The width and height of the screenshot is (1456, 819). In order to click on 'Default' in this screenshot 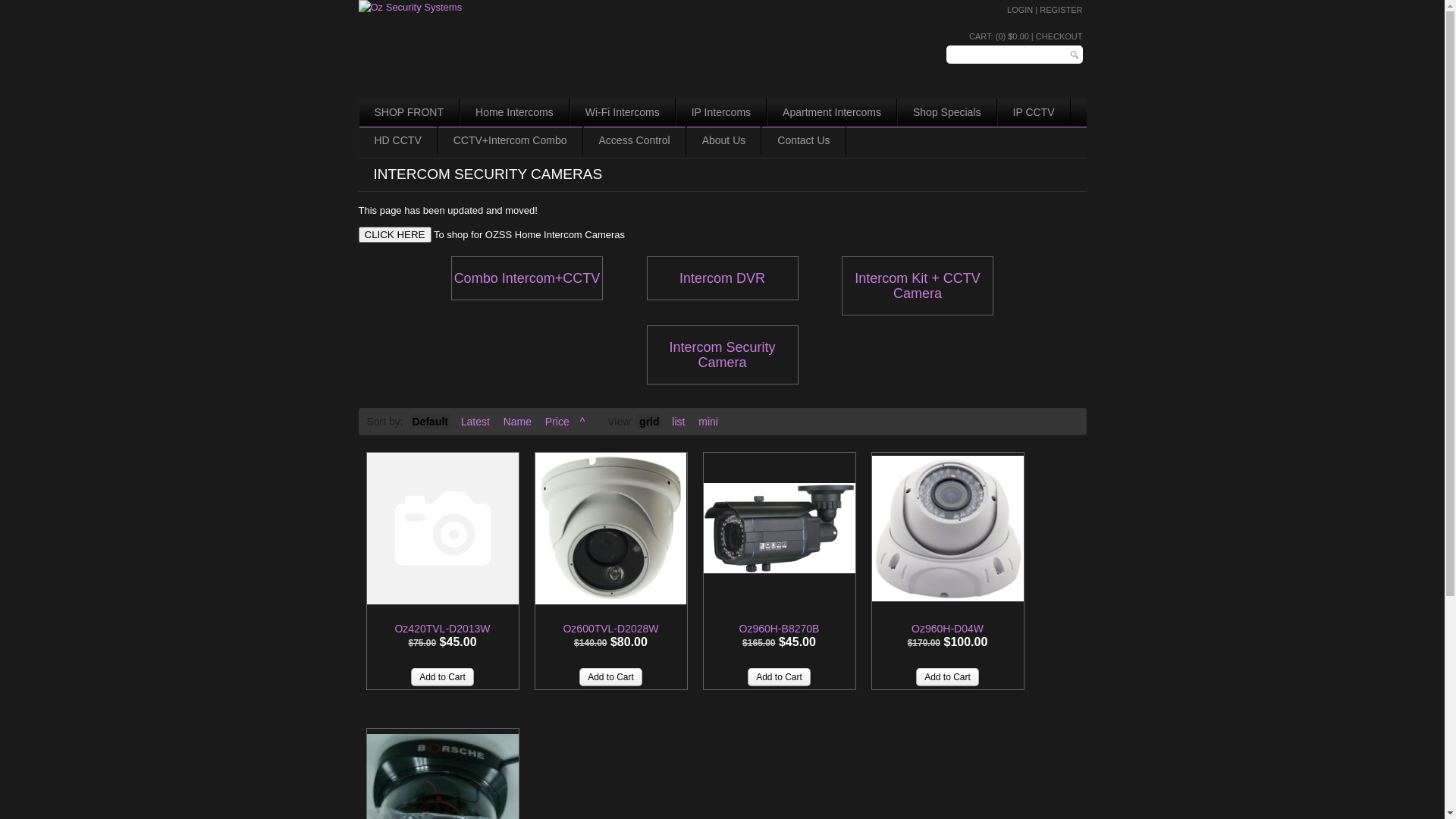, I will do `click(429, 421)`.